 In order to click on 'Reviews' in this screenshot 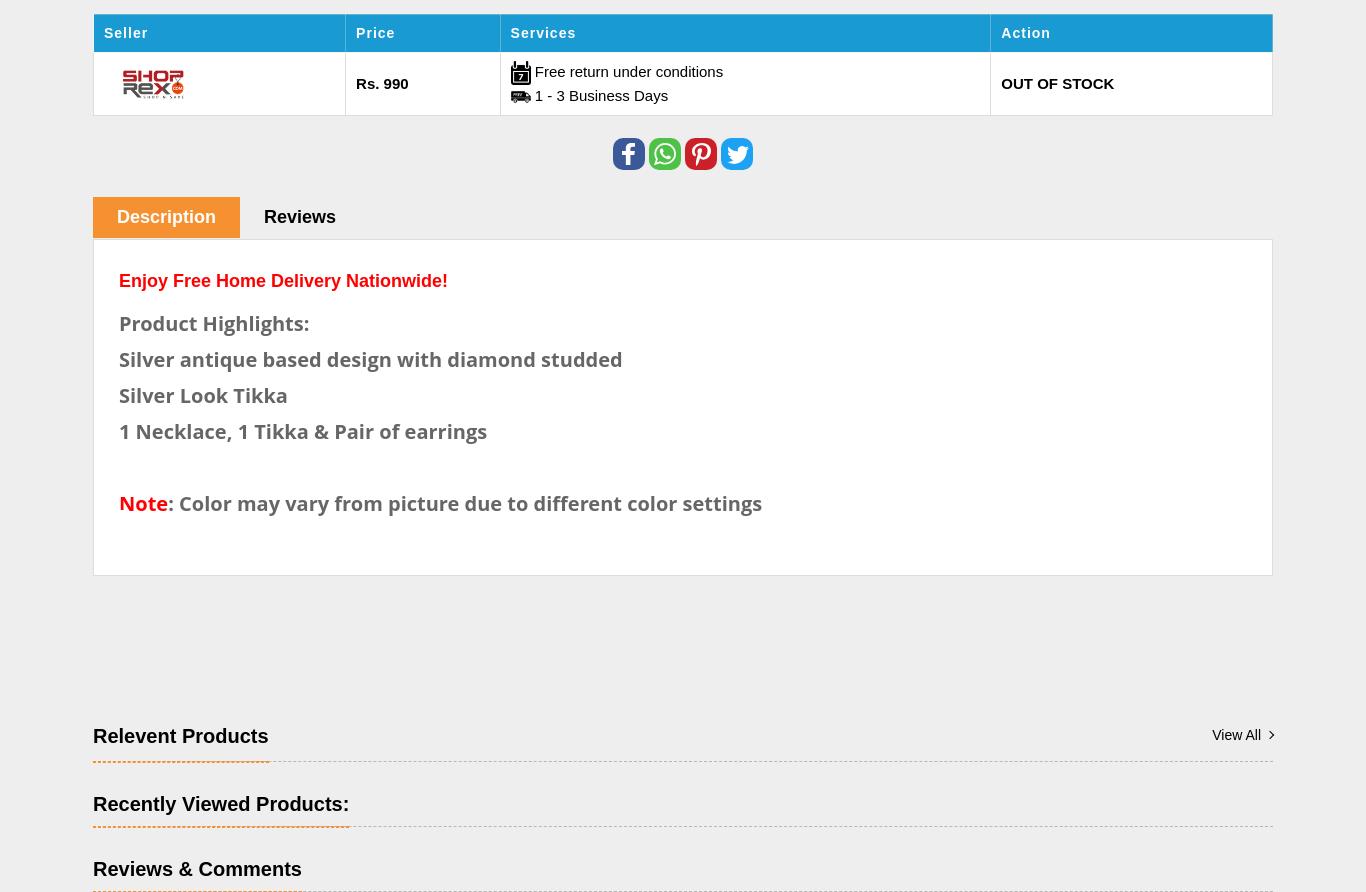, I will do `click(299, 216)`.